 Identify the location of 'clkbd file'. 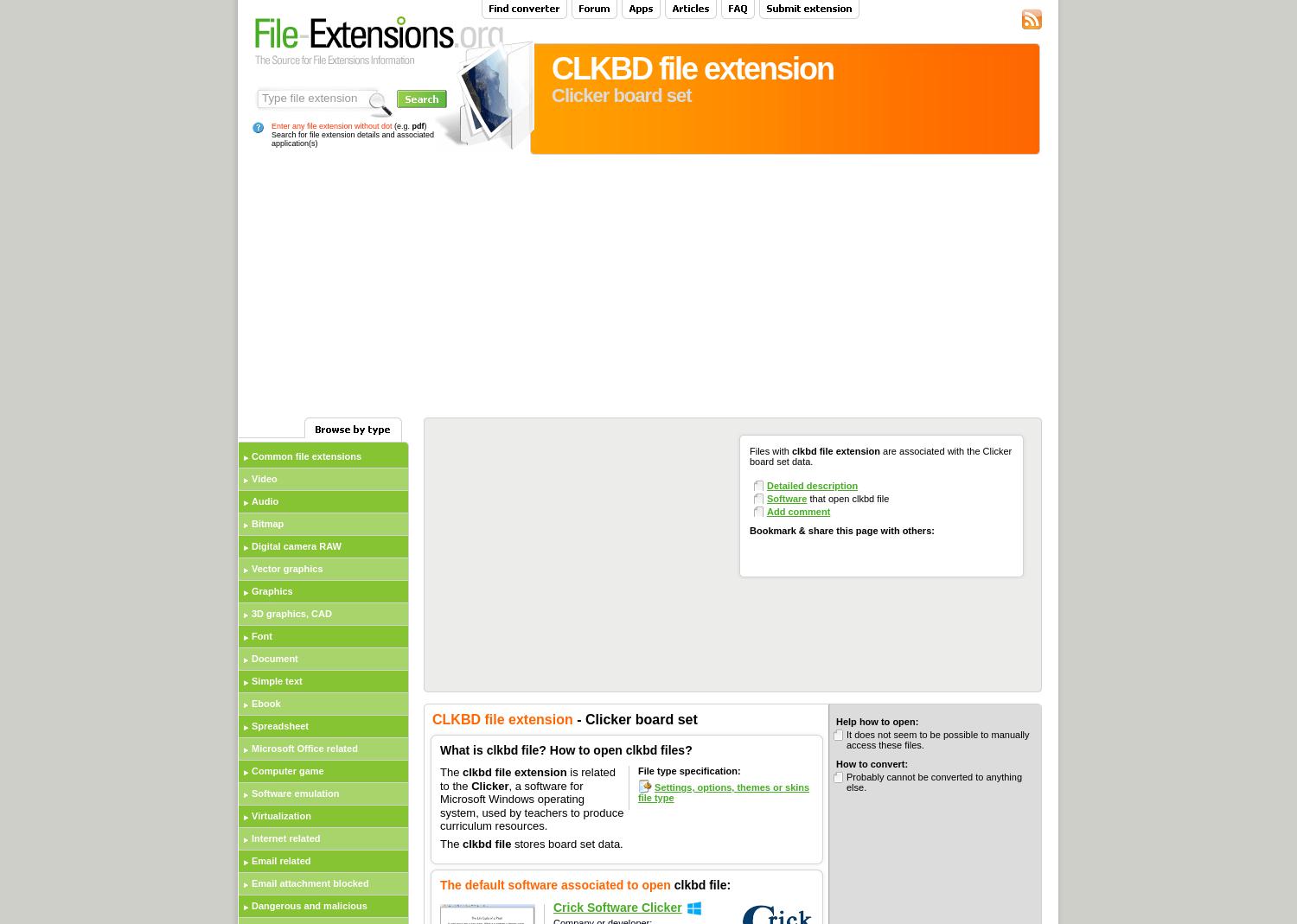
(463, 843).